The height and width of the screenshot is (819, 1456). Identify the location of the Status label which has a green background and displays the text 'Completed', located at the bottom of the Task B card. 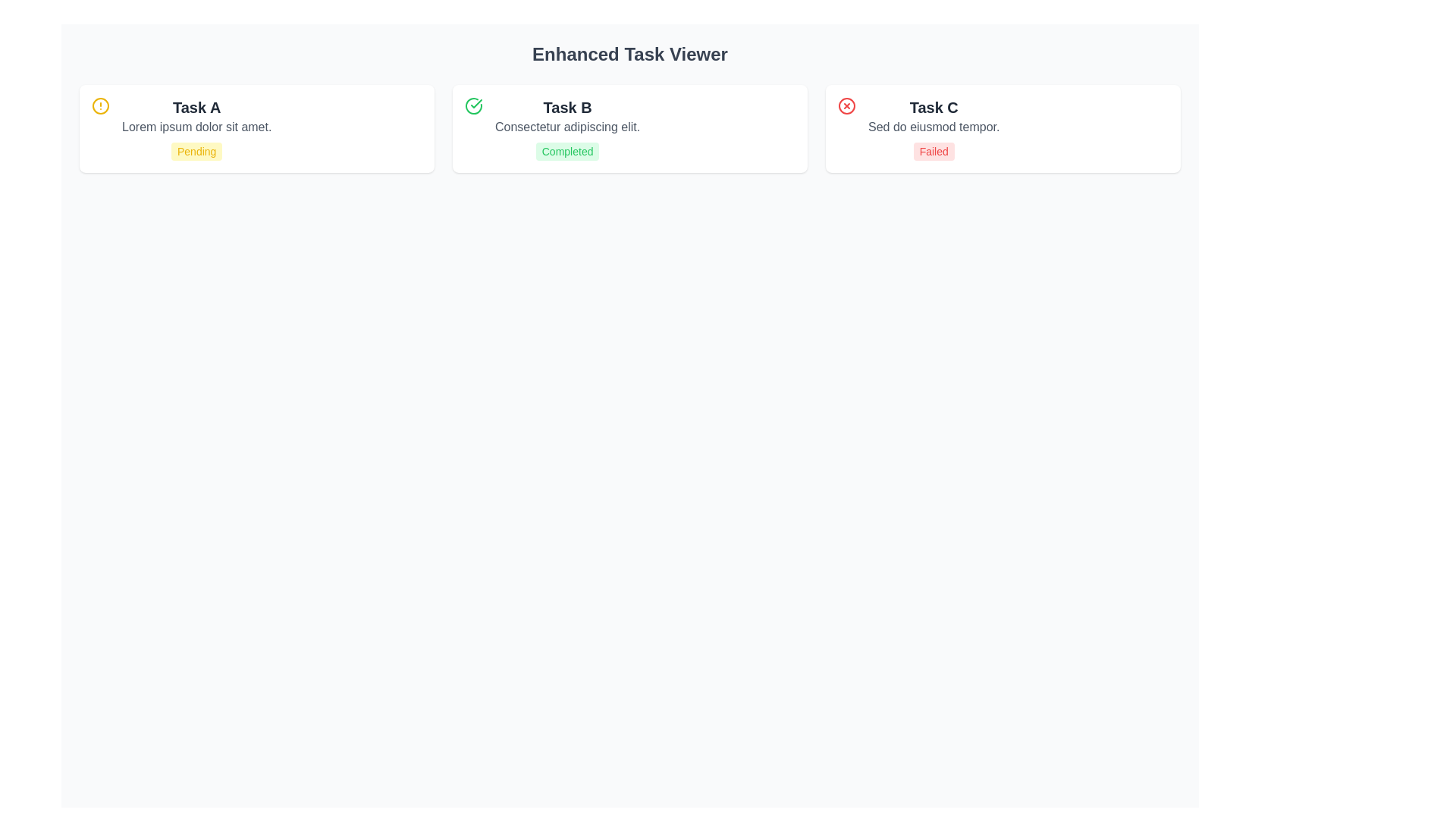
(566, 152).